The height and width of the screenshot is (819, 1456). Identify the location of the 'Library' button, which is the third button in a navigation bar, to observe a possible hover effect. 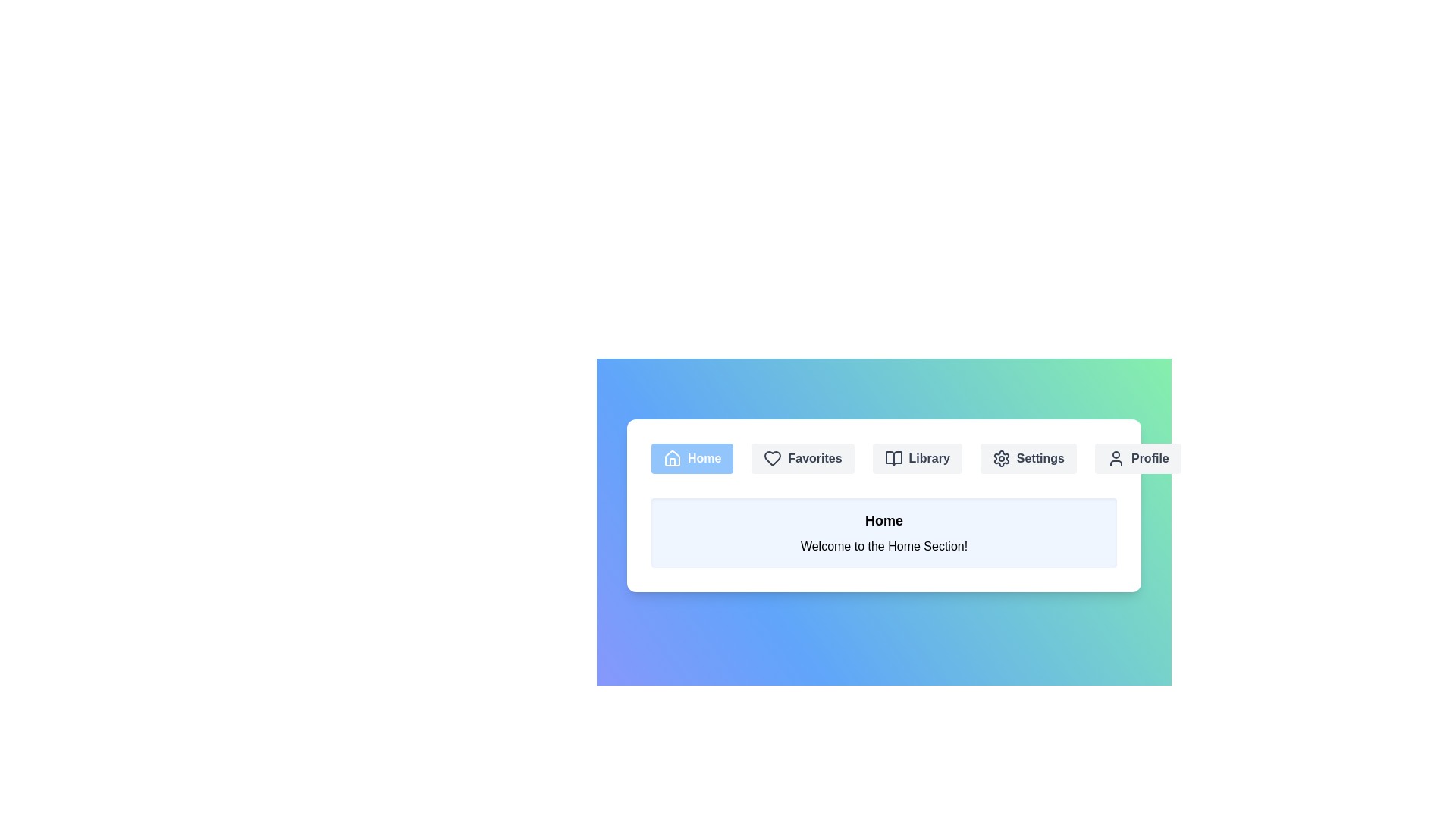
(916, 458).